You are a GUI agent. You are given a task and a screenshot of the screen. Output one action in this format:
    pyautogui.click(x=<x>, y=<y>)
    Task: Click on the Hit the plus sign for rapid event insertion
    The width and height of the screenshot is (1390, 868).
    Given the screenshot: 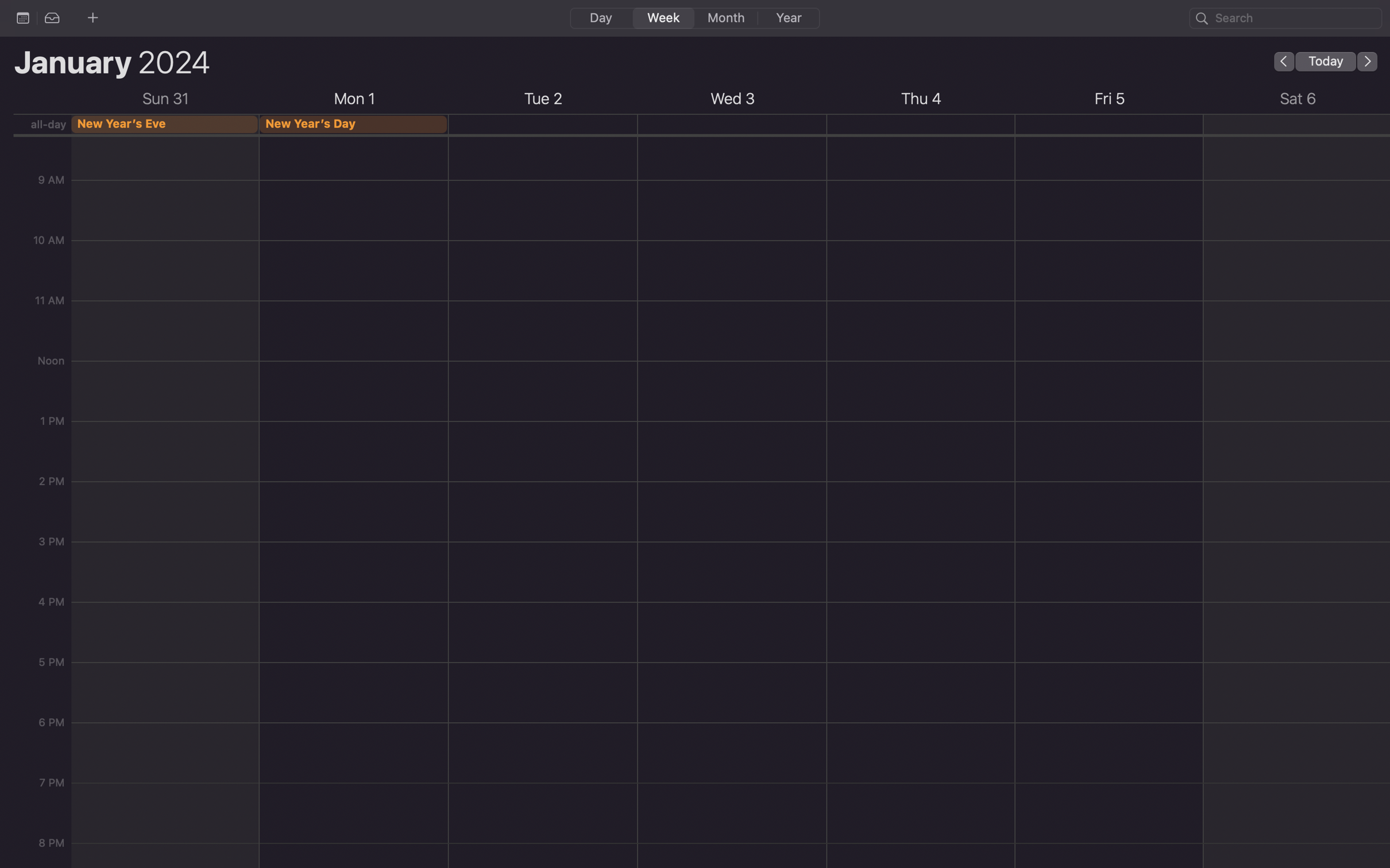 What is the action you would take?
    pyautogui.click(x=92, y=17)
    